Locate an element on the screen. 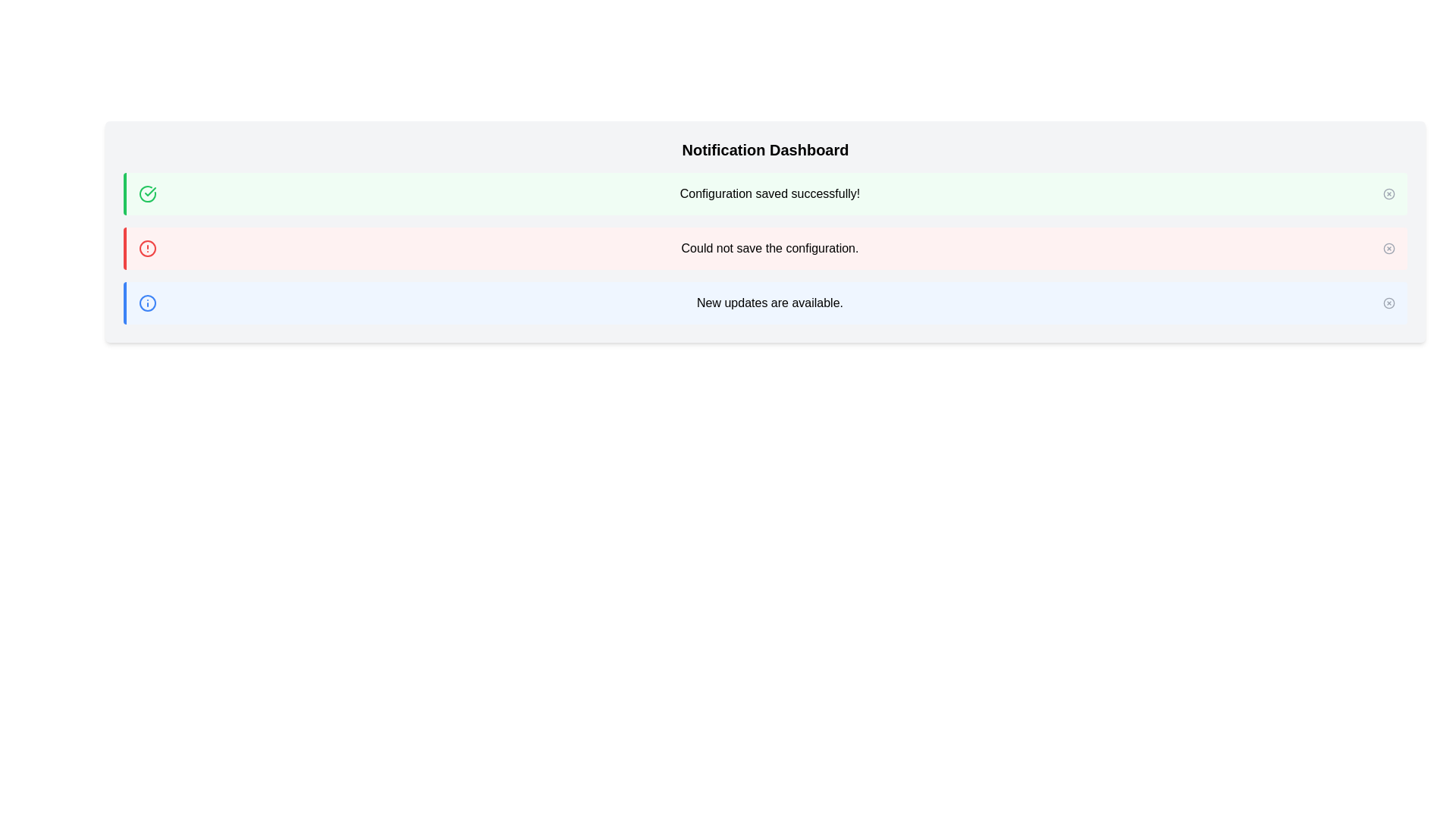 This screenshot has width=1456, height=819. message displayed in the text block that shows 'New updates are available.' styled in blue color, located in the notification bar at the bottom of the notification section is located at coordinates (770, 303).